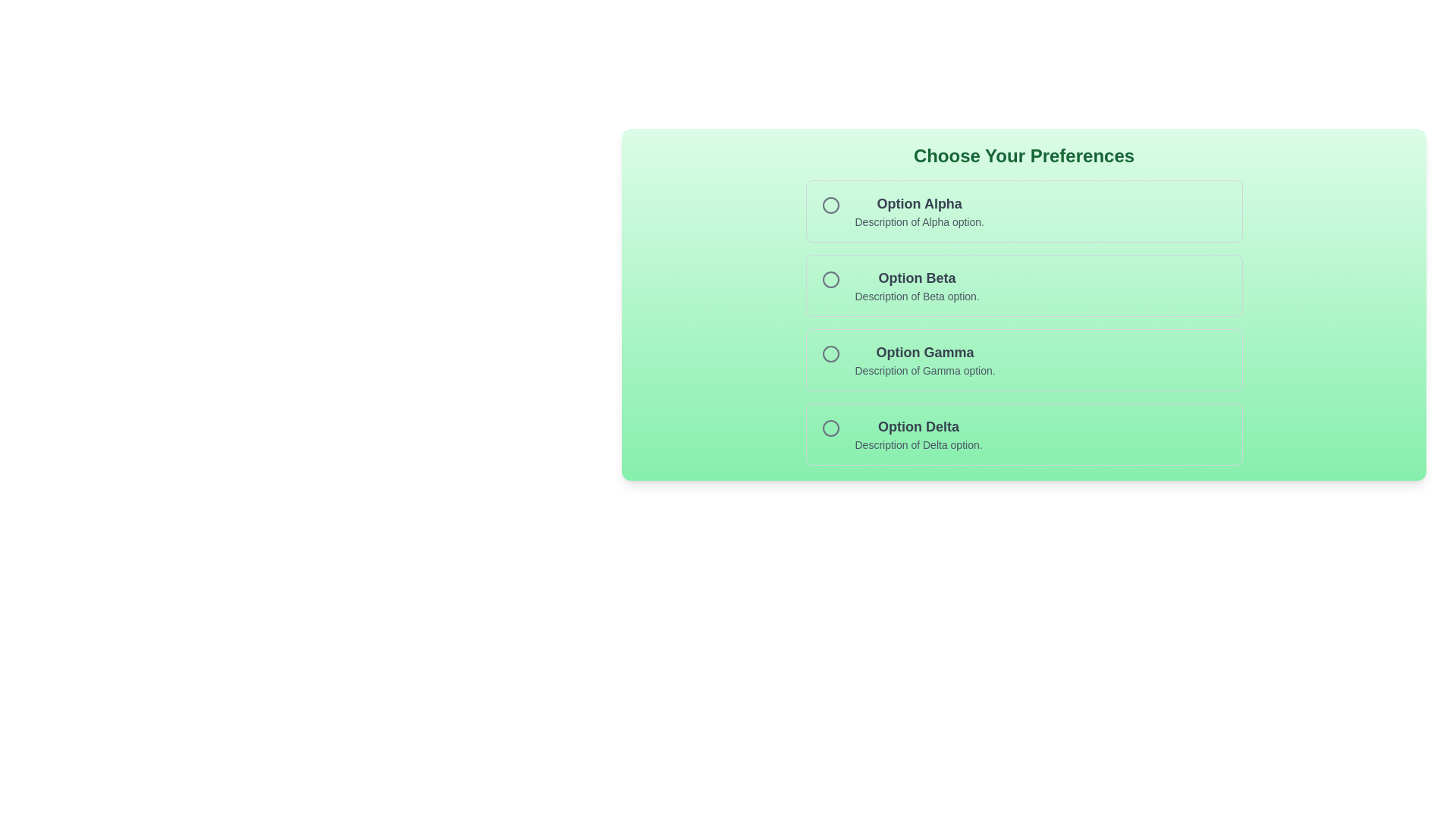 Image resolution: width=1456 pixels, height=819 pixels. I want to click on the radio button, so click(830, 280).